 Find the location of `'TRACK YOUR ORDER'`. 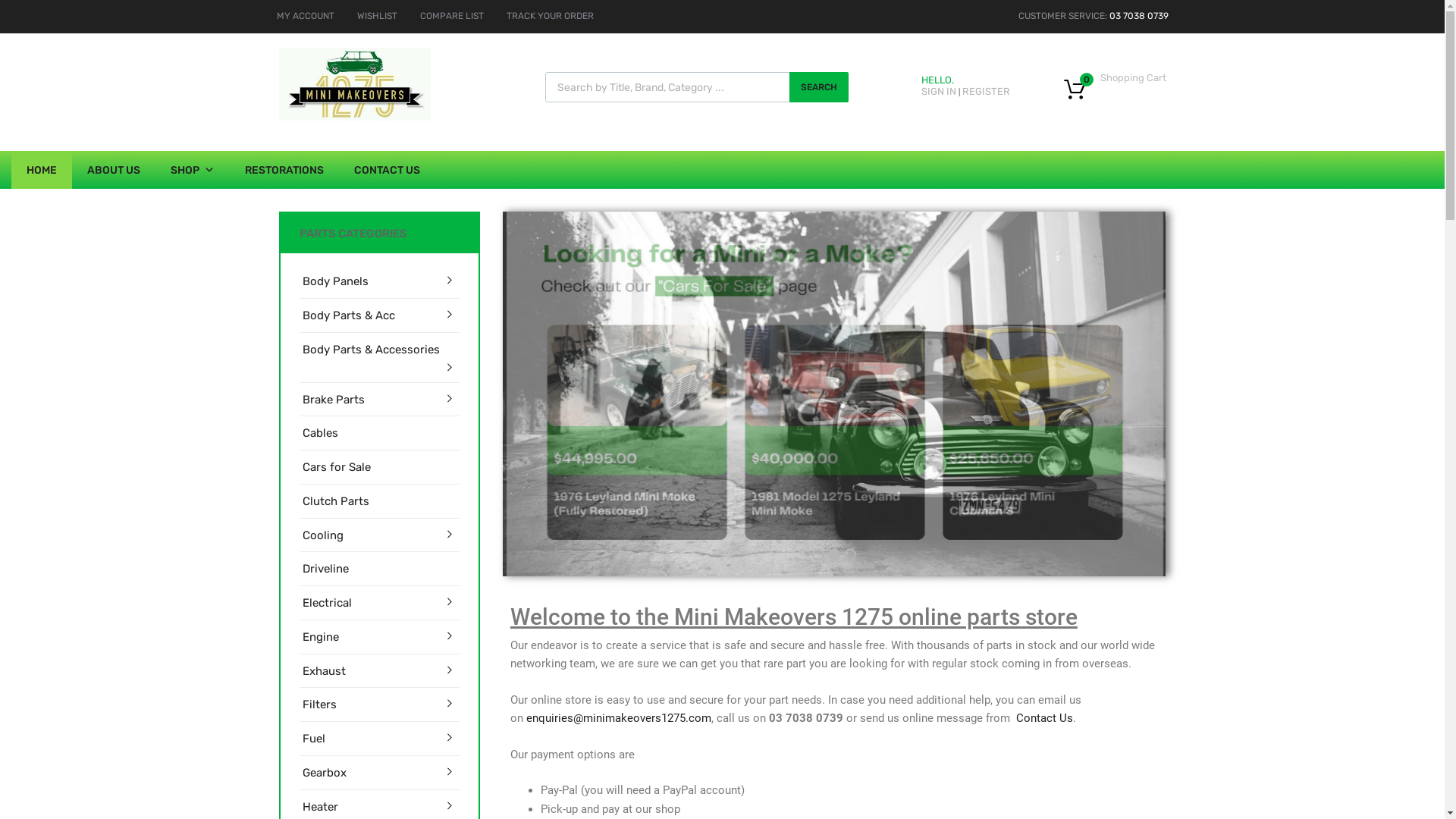

'TRACK YOUR ORDER' is located at coordinates (549, 15).